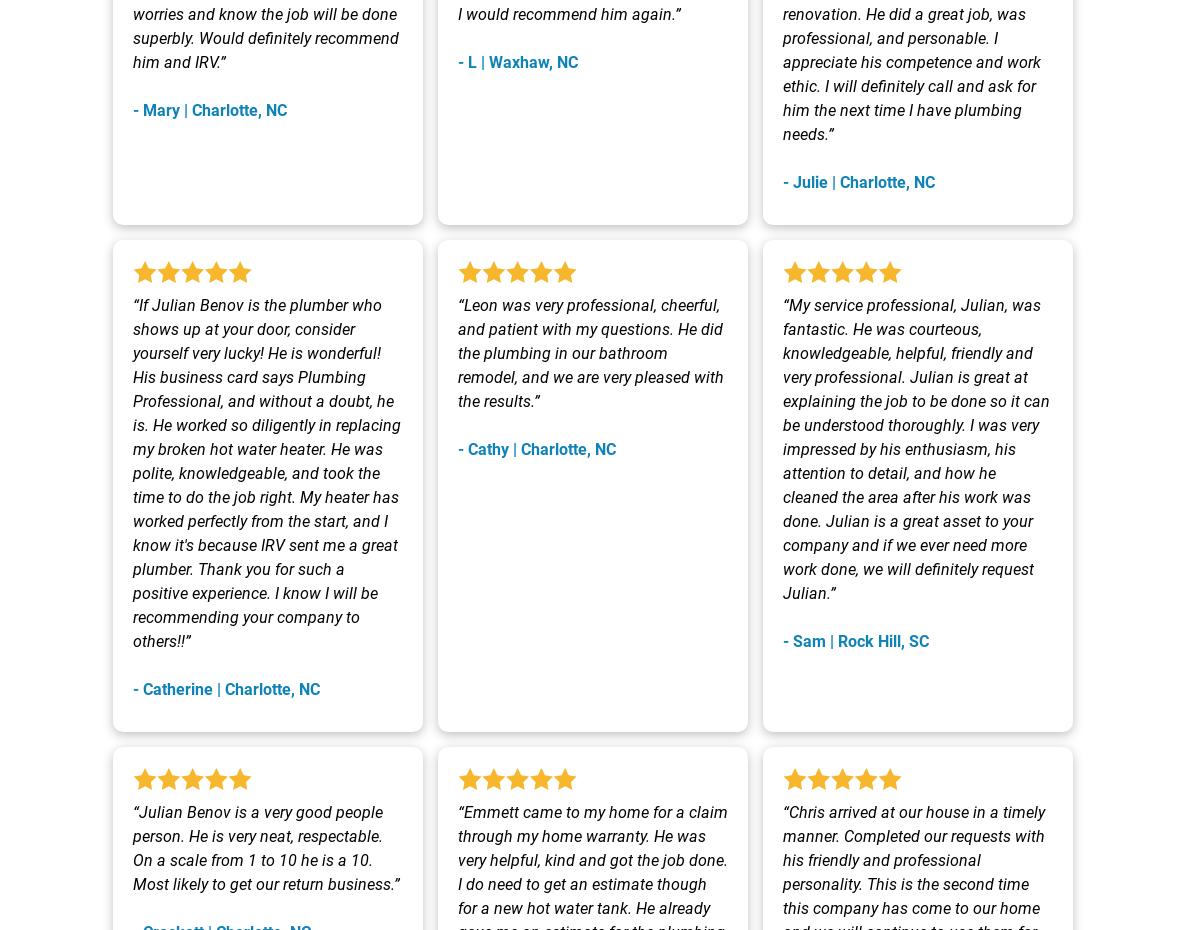  What do you see at coordinates (226, 688) in the screenshot?
I see `'- Catherine | Charlotte, NC'` at bounding box center [226, 688].